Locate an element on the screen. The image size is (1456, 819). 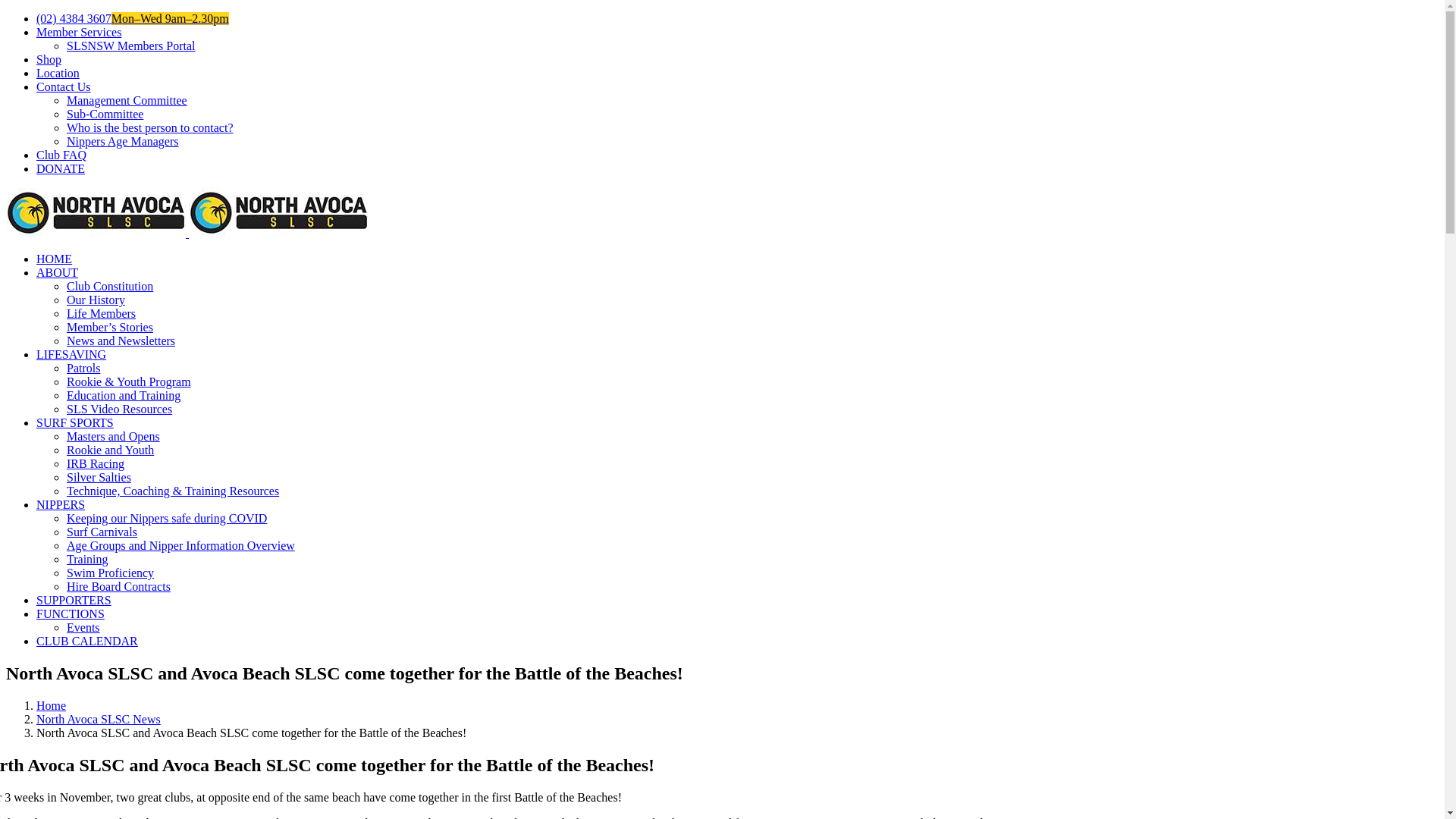
'Age Groups and Nipper Information Overview' is located at coordinates (180, 544).